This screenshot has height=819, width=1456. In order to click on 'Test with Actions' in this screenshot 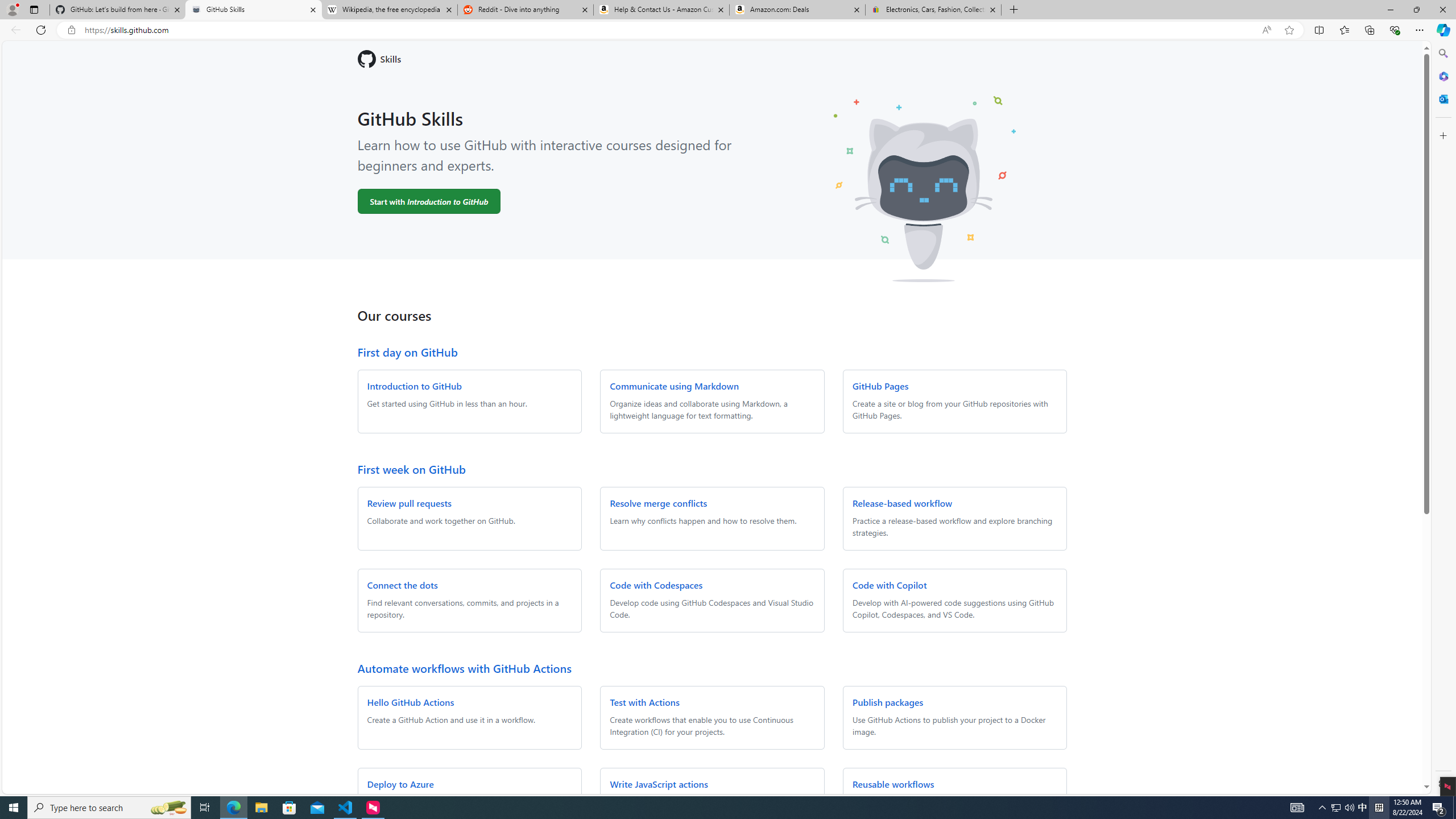, I will do `click(644, 701)`.